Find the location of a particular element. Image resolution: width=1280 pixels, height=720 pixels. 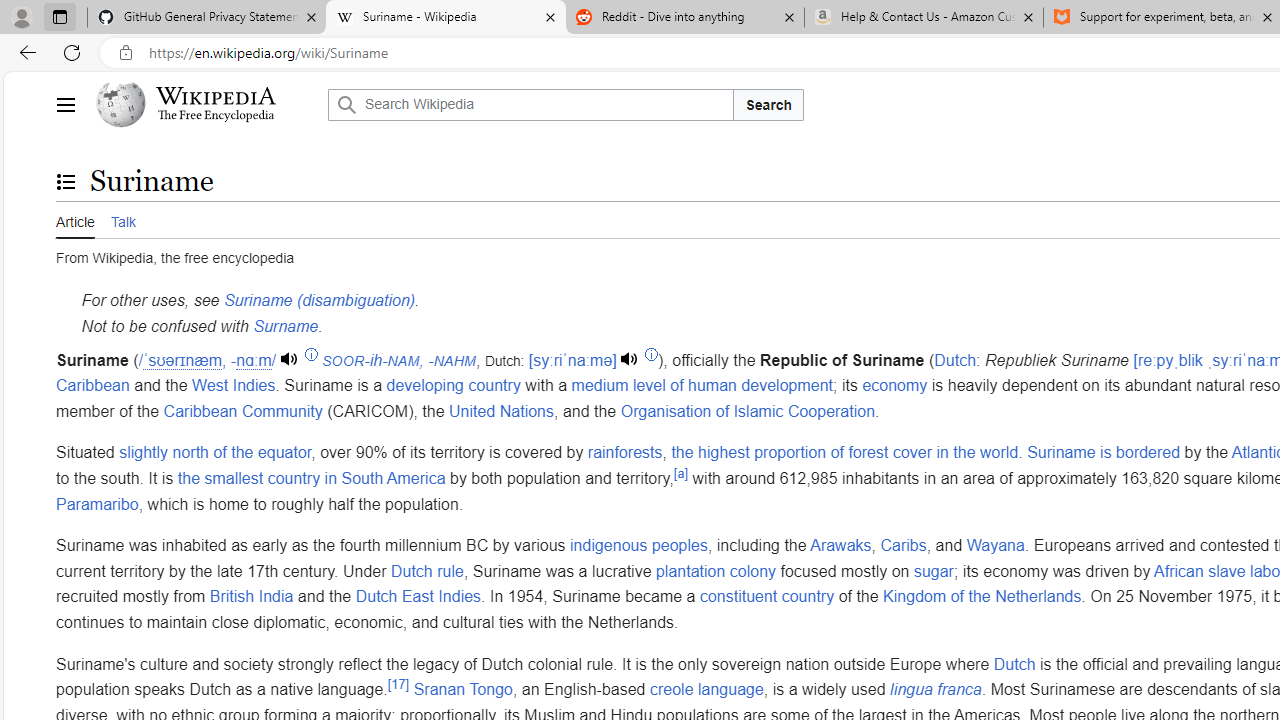

'Suriname is bordered' is located at coordinates (1103, 453).